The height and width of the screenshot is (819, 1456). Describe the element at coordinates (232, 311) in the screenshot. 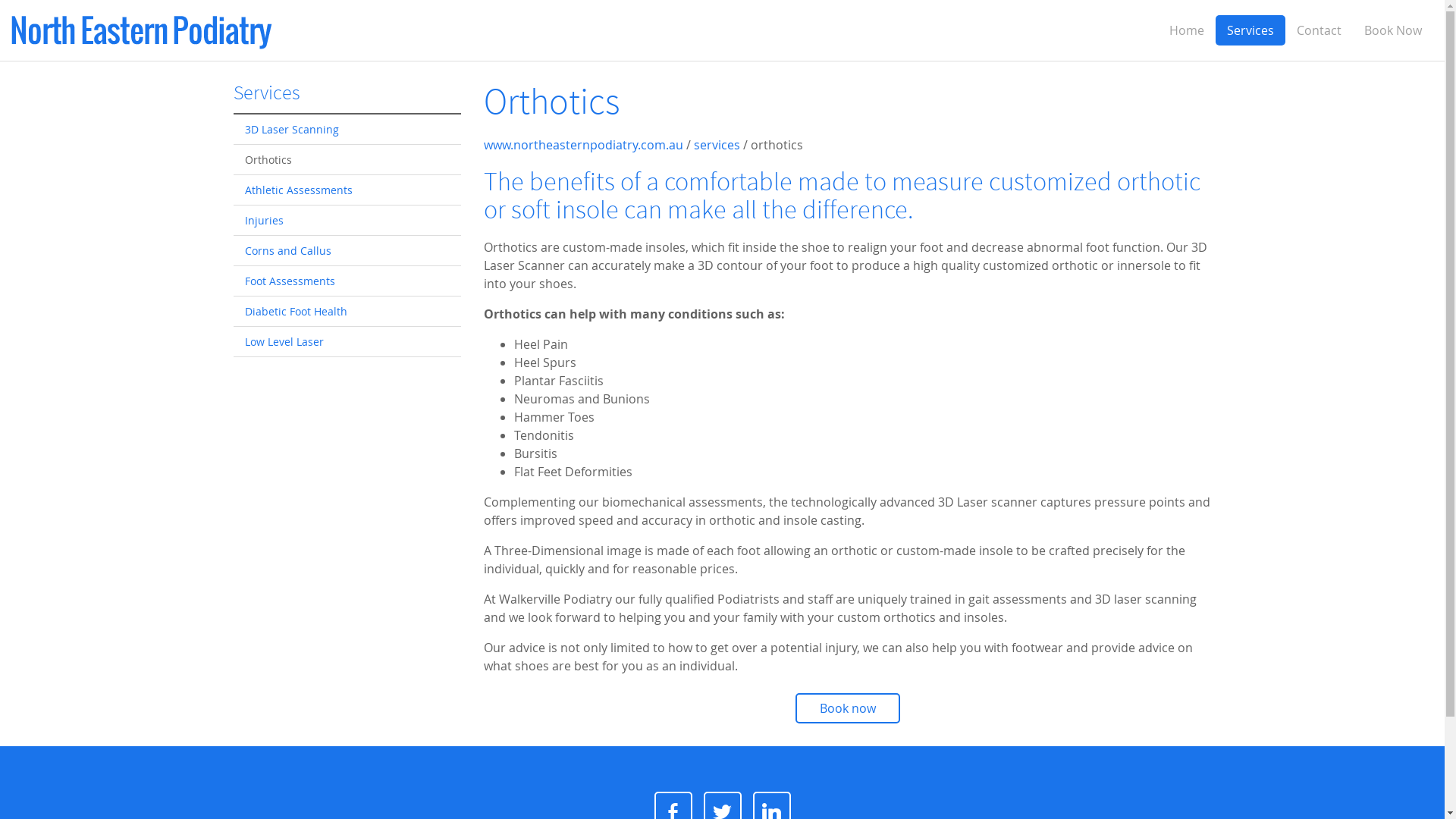

I see `'Diabetic Foot Health'` at that location.